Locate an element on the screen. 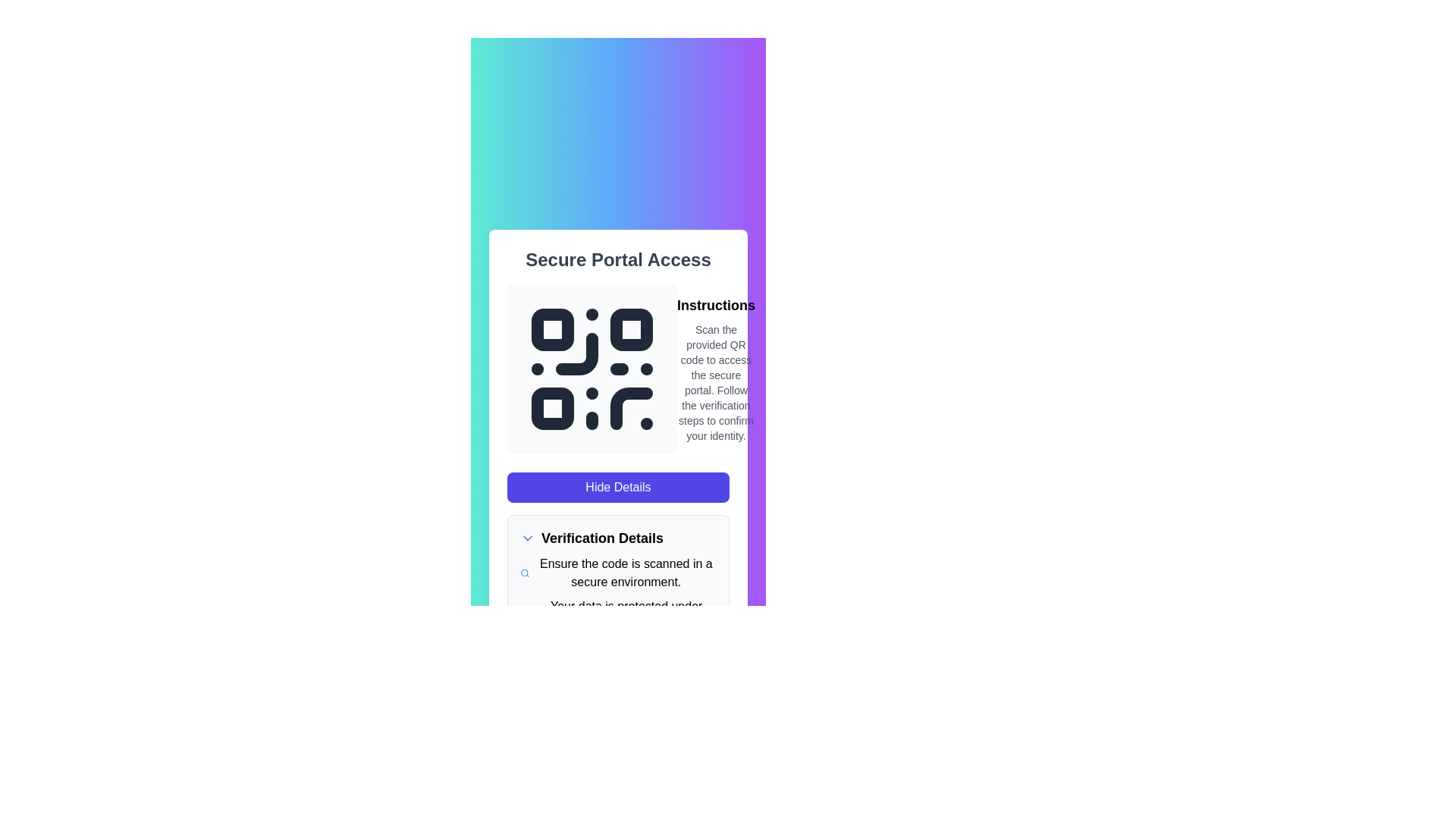 Image resolution: width=1456 pixels, height=819 pixels. the Visual QR code component, which is a small rectangular block with rounded corners, filled with a solid white color and surrounded by a dark border, located in the 'Secure Portal Access' module at the top-left corner of the QR code block is located at coordinates (552, 329).